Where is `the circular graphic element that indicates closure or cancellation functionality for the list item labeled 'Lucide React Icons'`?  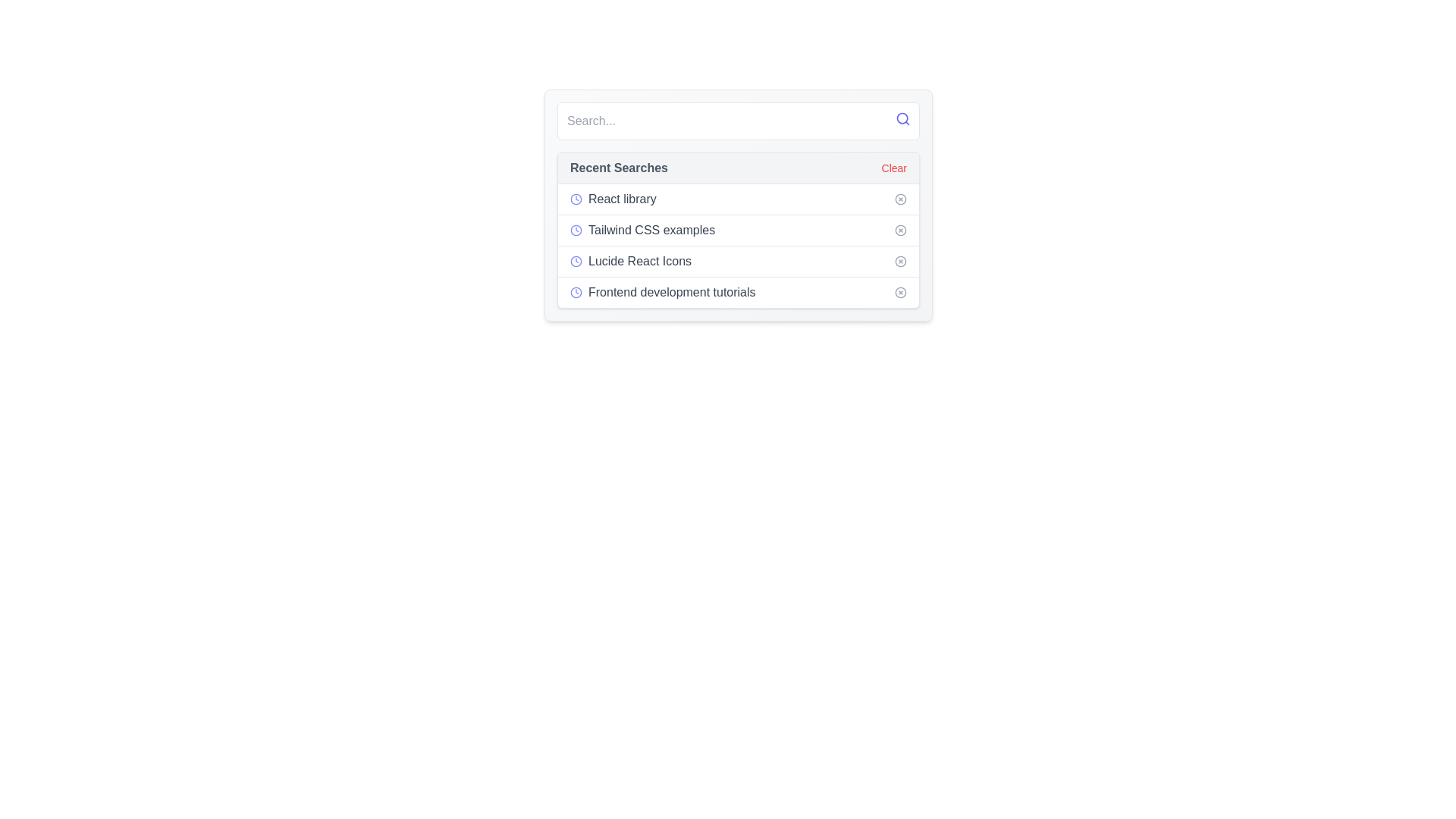
the circular graphic element that indicates closure or cancellation functionality for the list item labeled 'Lucide React Icons' is located at coordinates (901, 260).